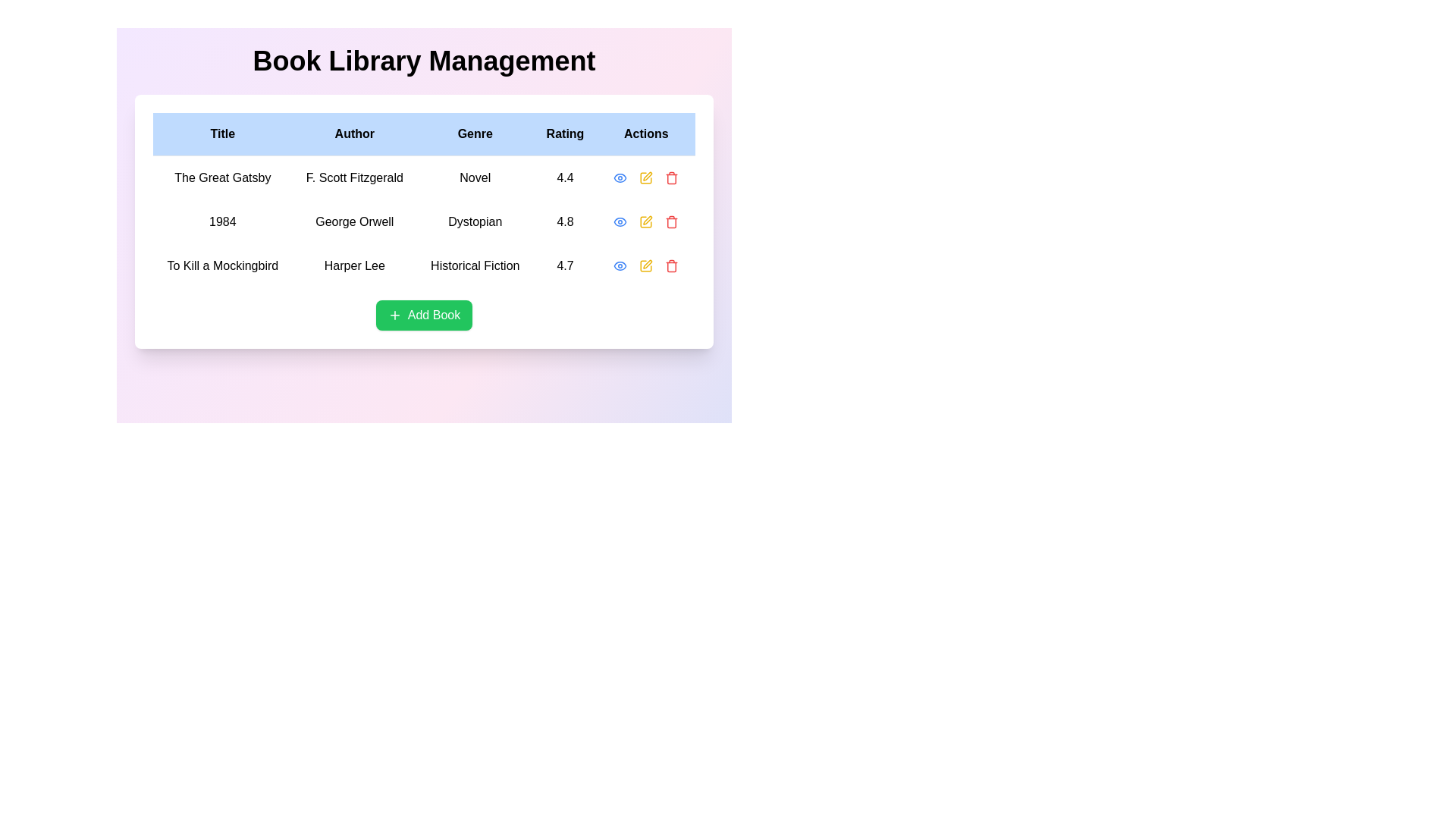 The image size is (1456, 819). I want to click on the trash can icon button in the Actions column of the second row in the table for the book '1984' by George Orwell, so click(671, 222).